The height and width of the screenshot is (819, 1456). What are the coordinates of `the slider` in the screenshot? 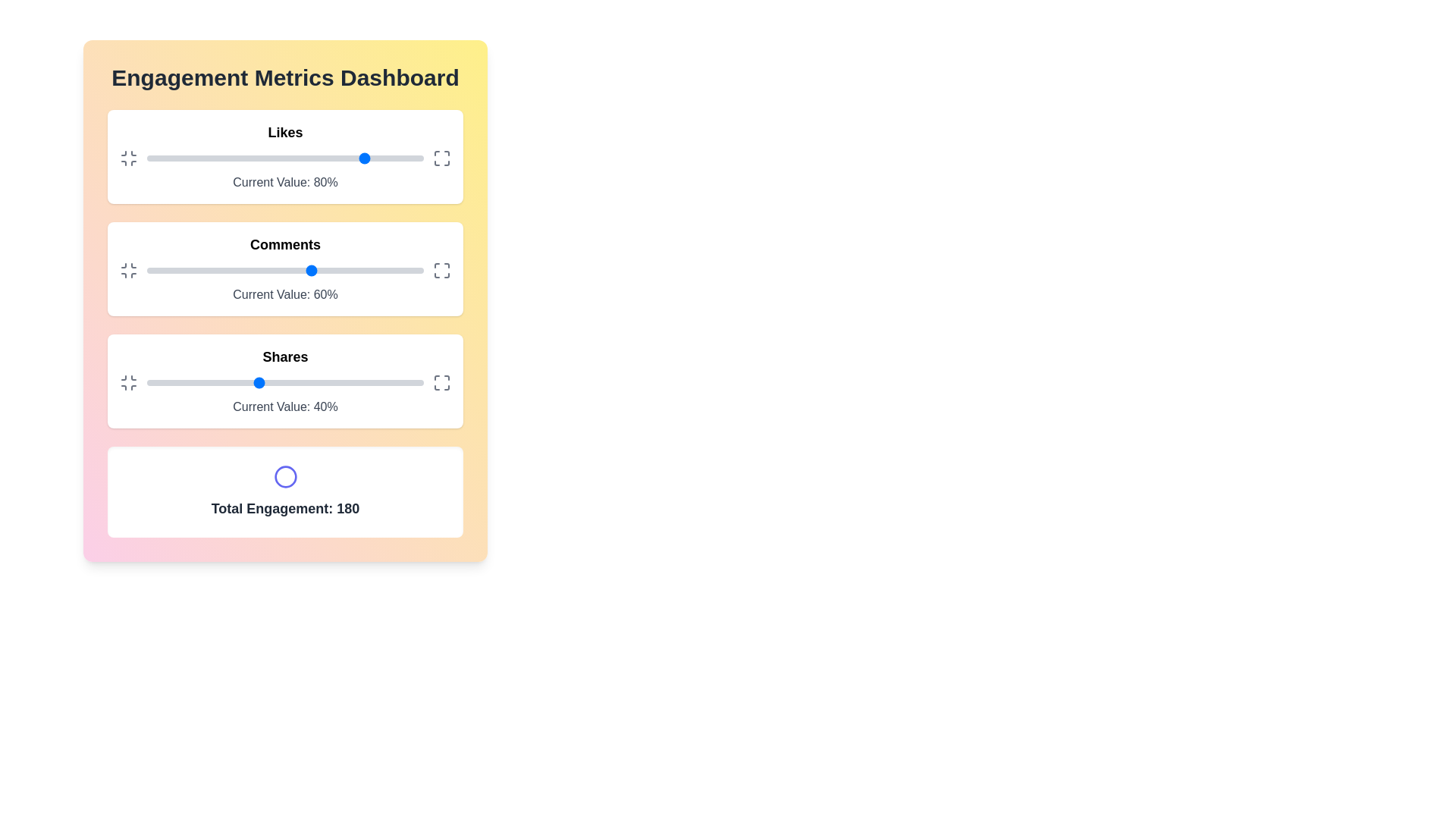 It's located at (306, 158).